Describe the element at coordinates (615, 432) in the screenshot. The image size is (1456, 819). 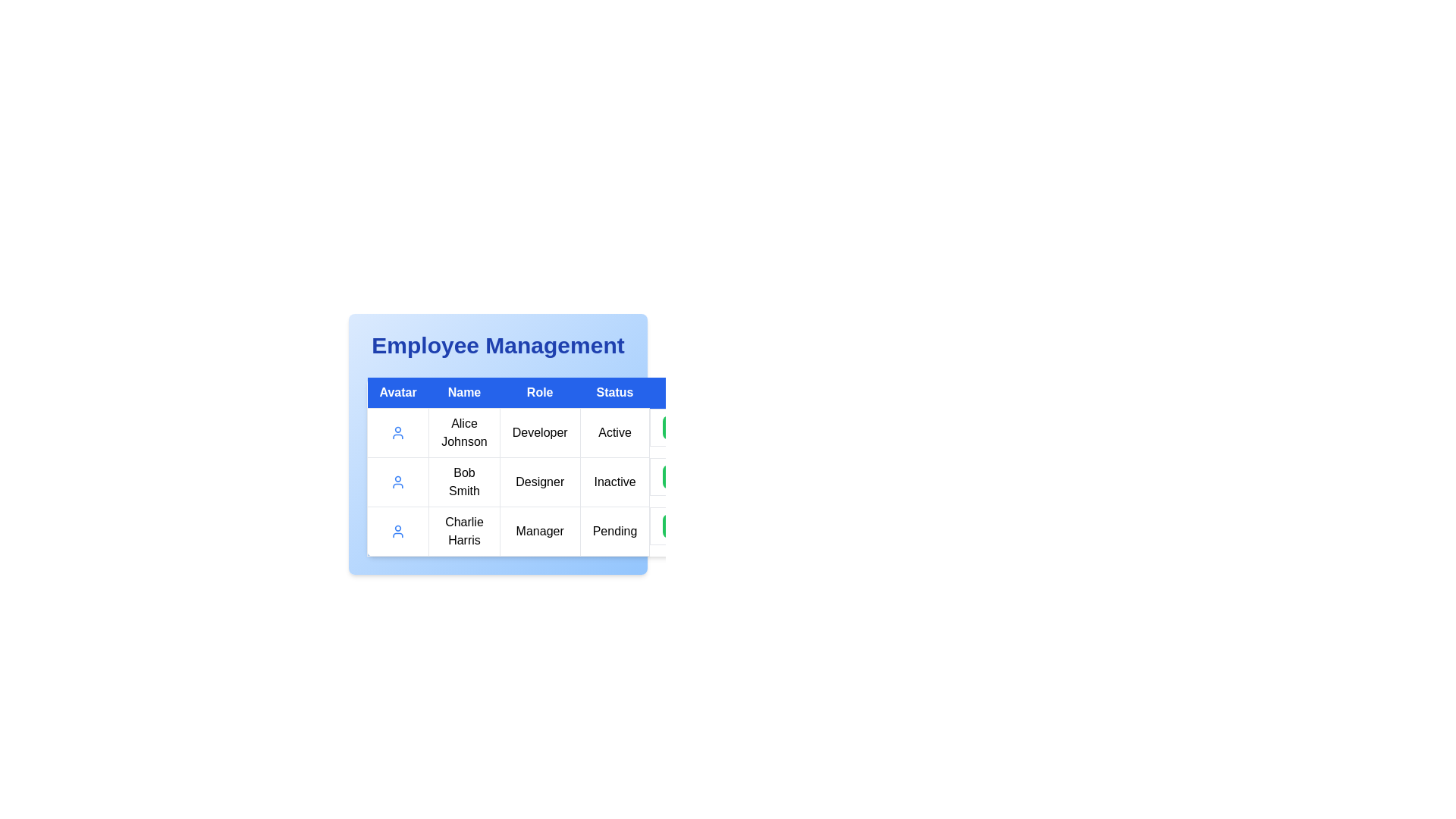
I see `the status indicator text label for user 'Alice Johnson', which is located in the 'Status' column of the table, indicating their employment state as 'Active'` at that location.